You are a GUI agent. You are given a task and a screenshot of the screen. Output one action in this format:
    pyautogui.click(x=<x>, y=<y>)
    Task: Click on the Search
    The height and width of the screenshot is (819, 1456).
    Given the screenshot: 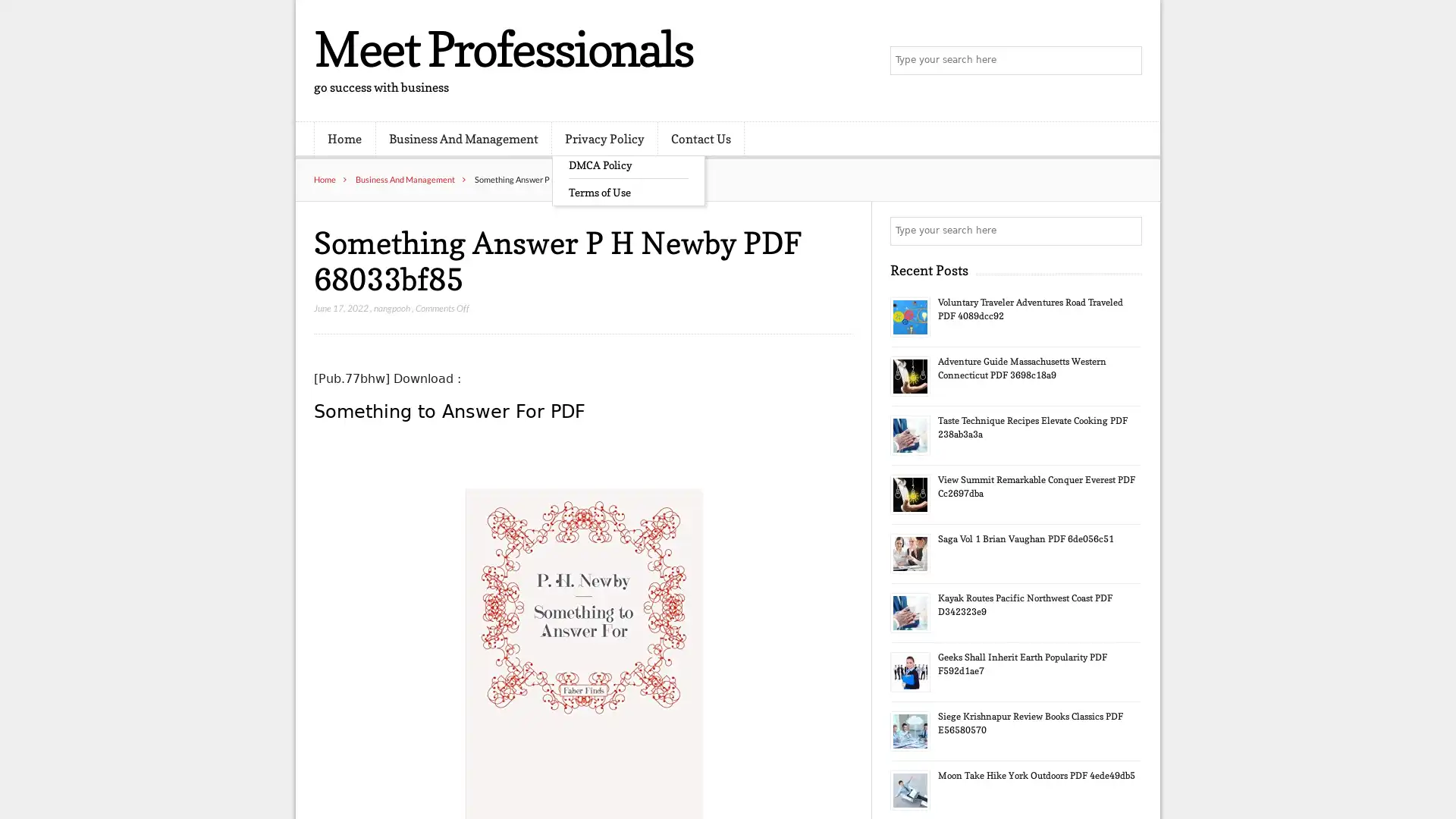 What is the action you would take?
    pyautogui.click(x=1126, y=61)
    